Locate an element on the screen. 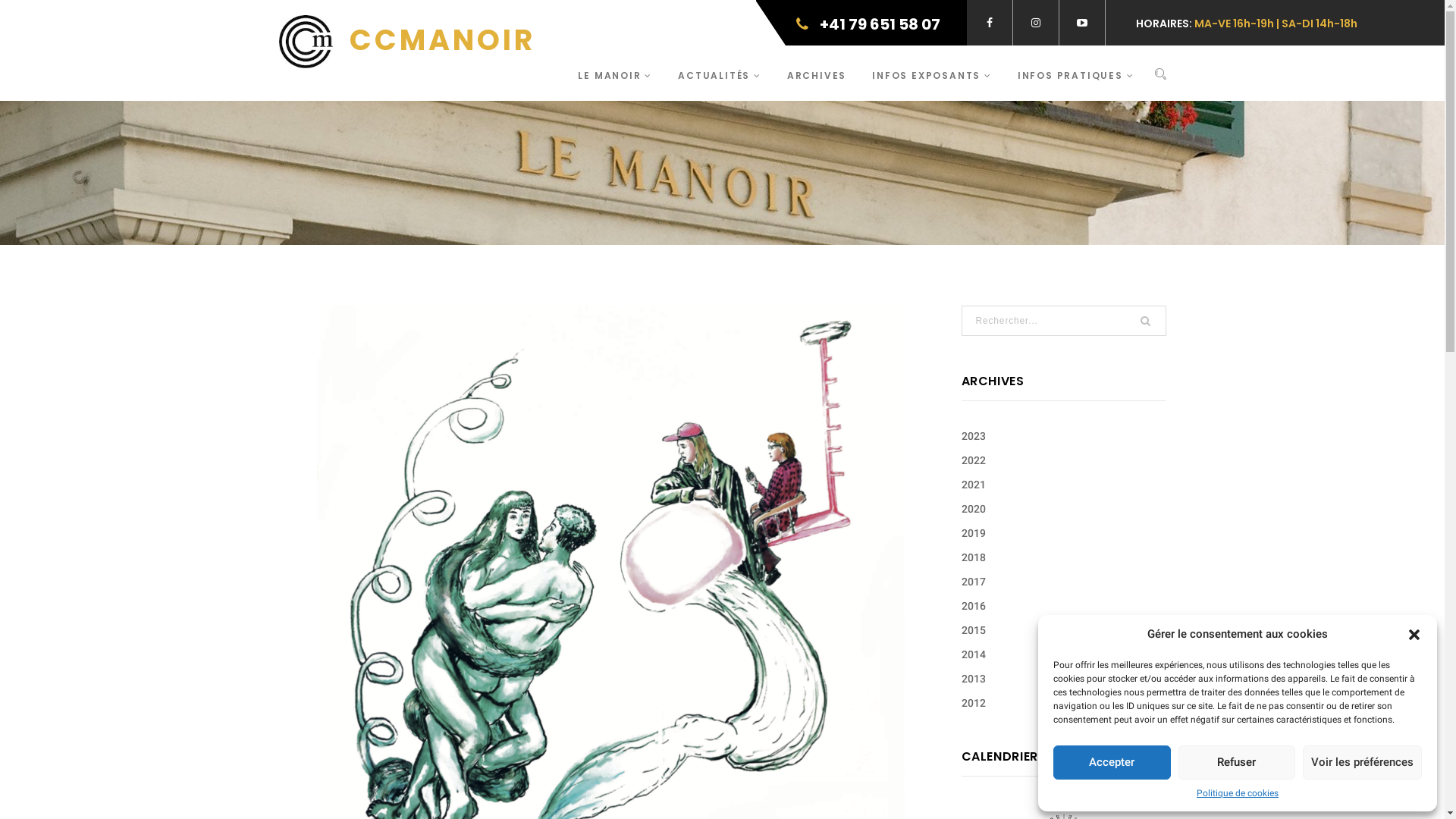 This screenshot has height=819, width=1456. 'Refuser' is located at coordinates (1237, 762).